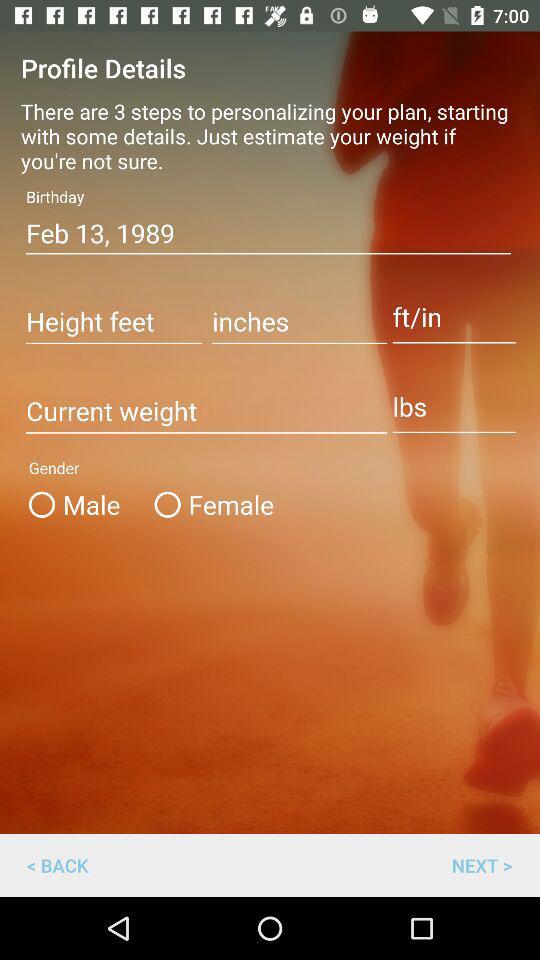 The image size is (540, 960). Describe the element at coordinates (268, 233) in the screenshot. I see `the feb 13, 1989` at that location.